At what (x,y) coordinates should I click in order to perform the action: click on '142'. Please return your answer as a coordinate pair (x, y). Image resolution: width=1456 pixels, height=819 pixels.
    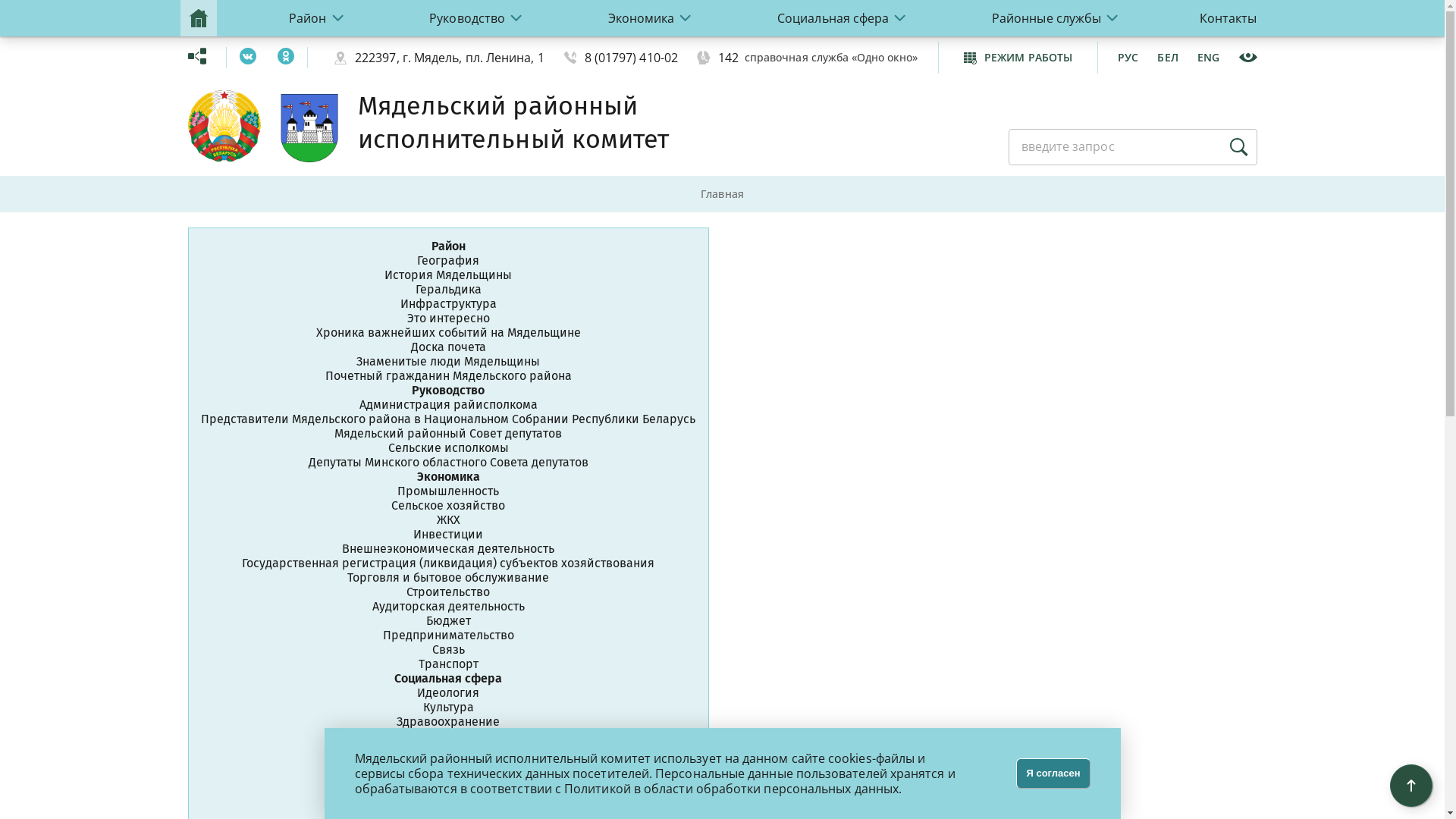
    Looking at the image, I should click on (728, 57).